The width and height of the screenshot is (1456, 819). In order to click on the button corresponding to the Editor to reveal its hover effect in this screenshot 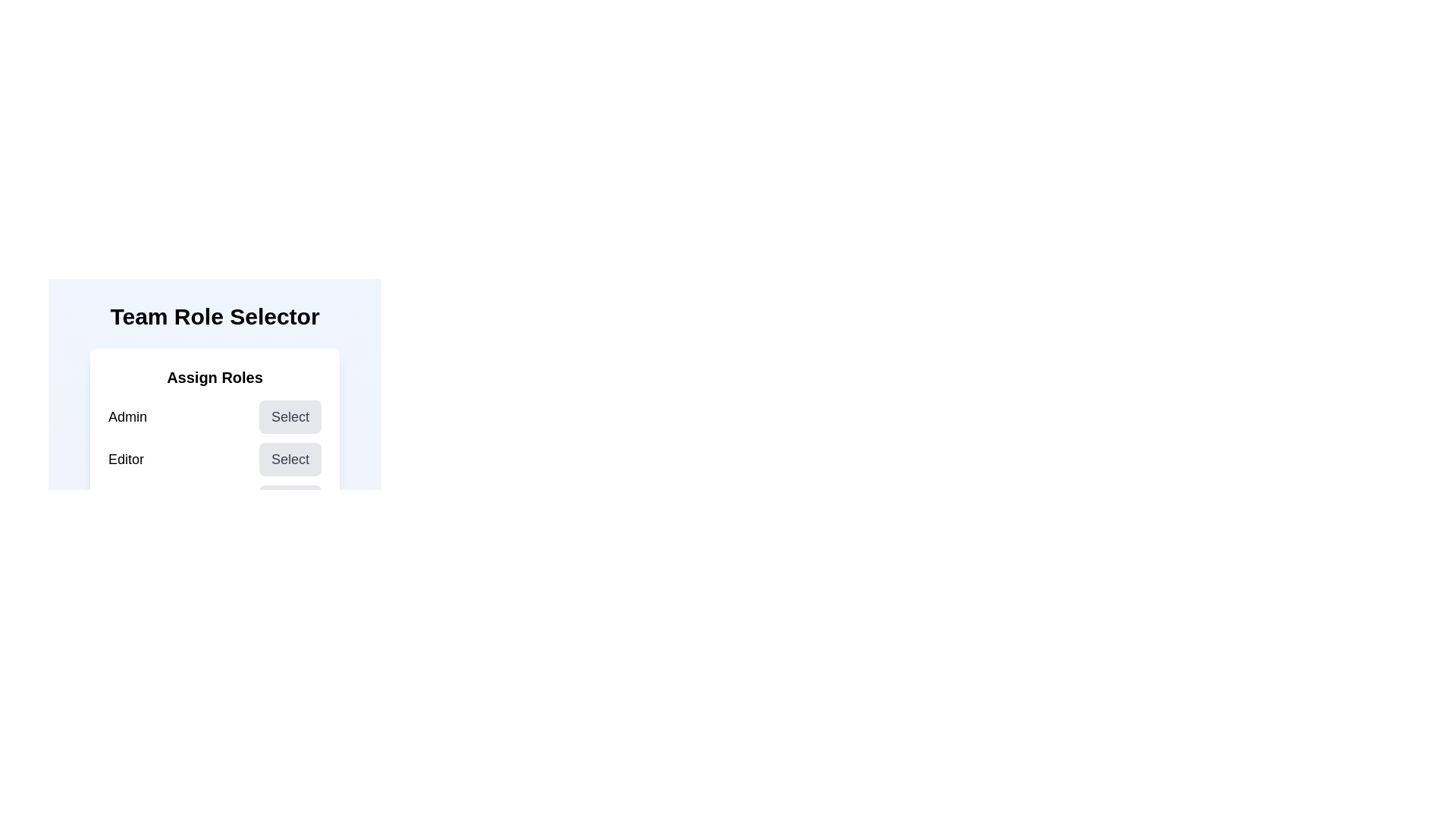, I will do `click(290, 458)`.